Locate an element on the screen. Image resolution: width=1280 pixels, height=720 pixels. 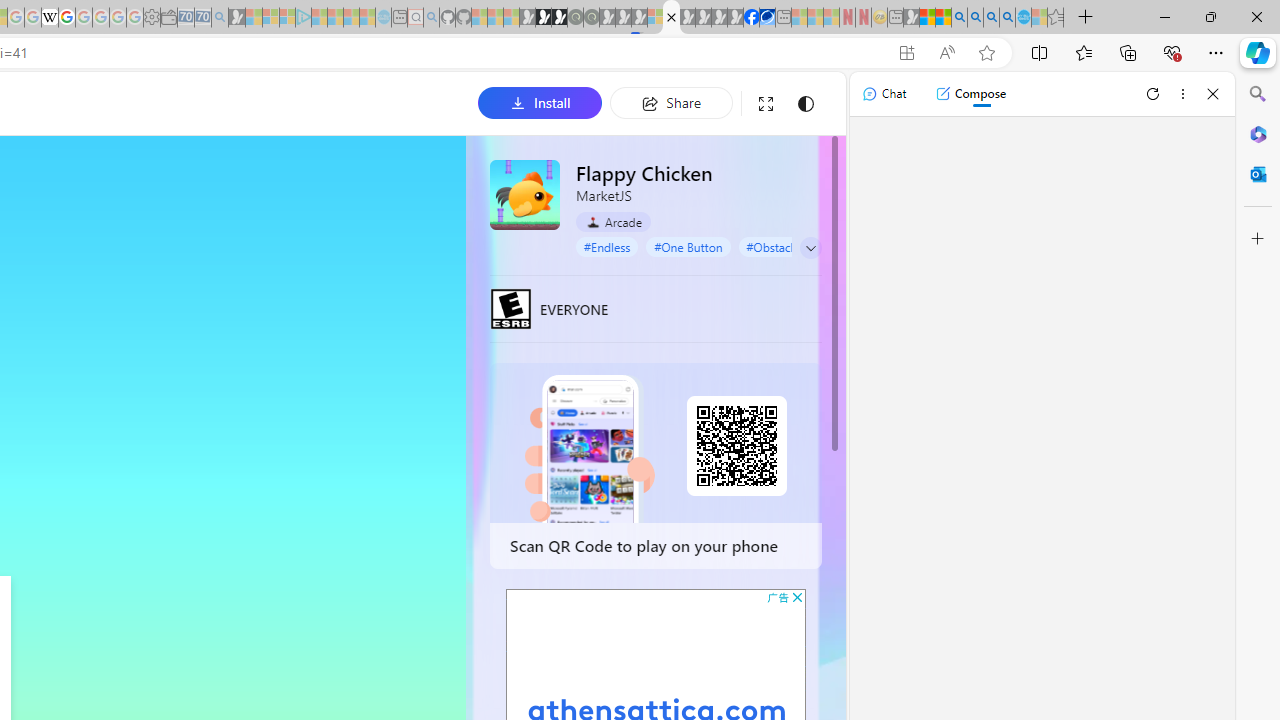
'Flappy Chicken' is located at coordinates (525, 194).